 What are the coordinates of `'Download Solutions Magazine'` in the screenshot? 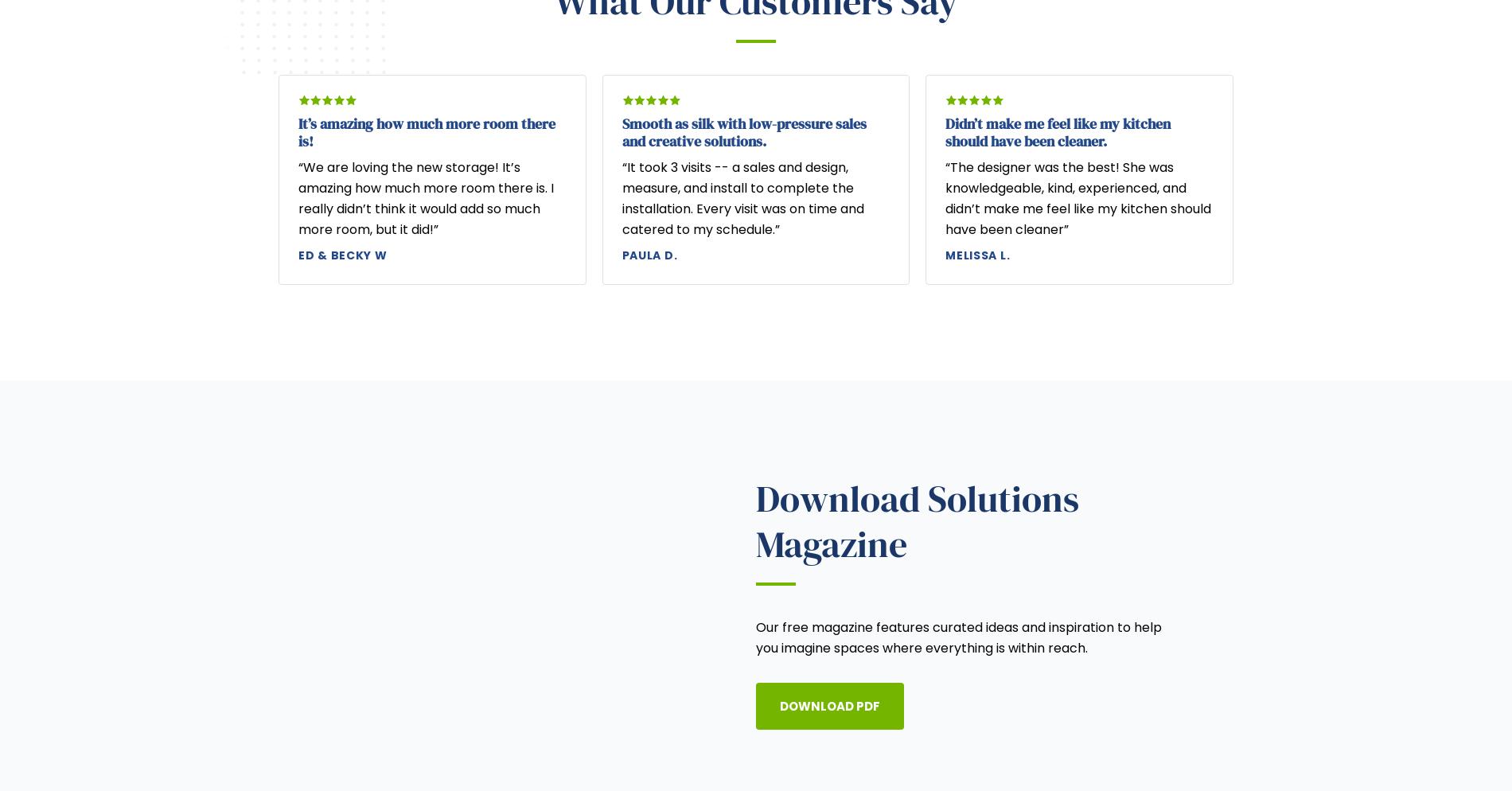 It's located at (917, 521).